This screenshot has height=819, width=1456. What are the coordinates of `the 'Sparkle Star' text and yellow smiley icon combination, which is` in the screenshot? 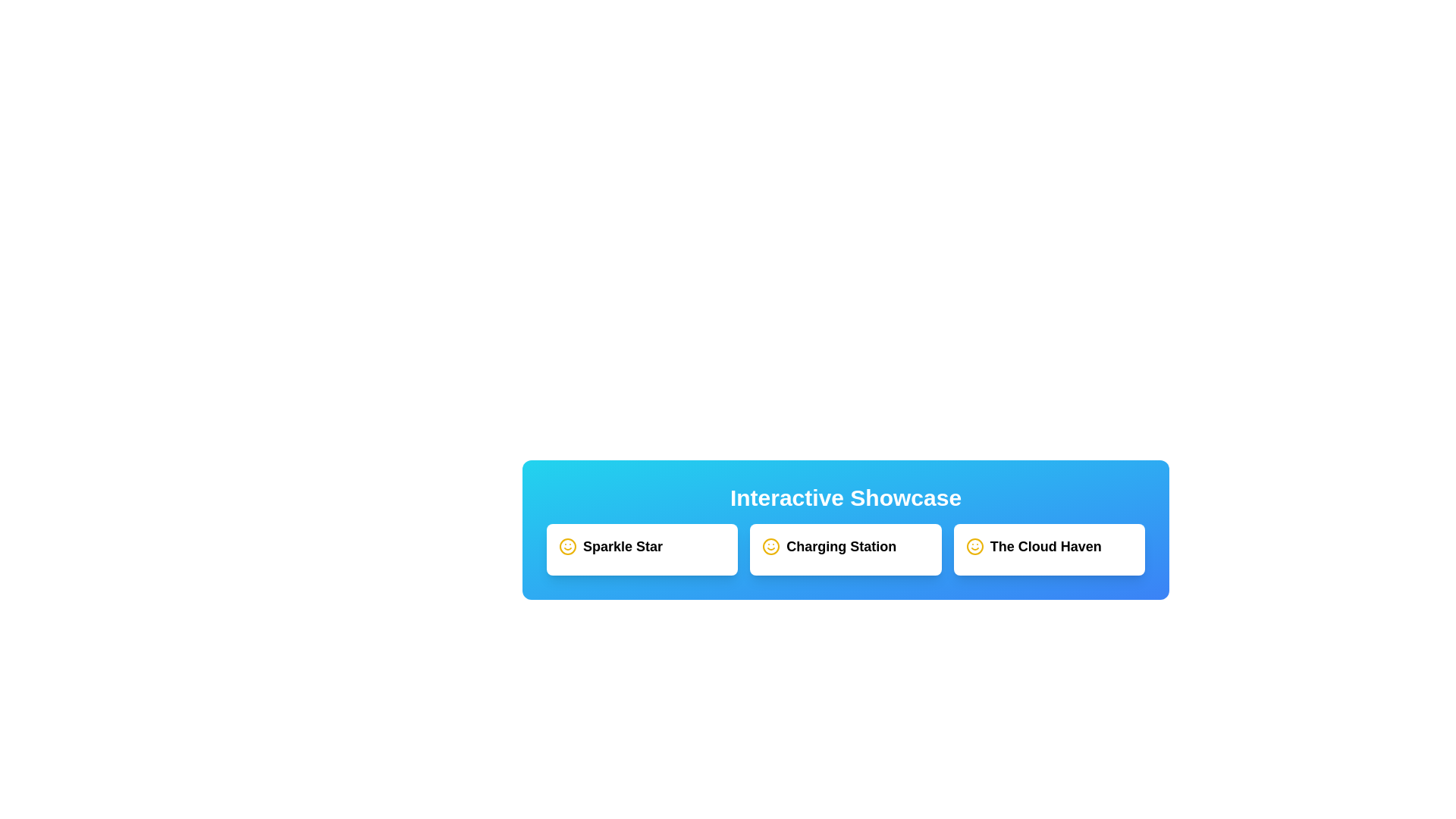 It's located at (642, 547).